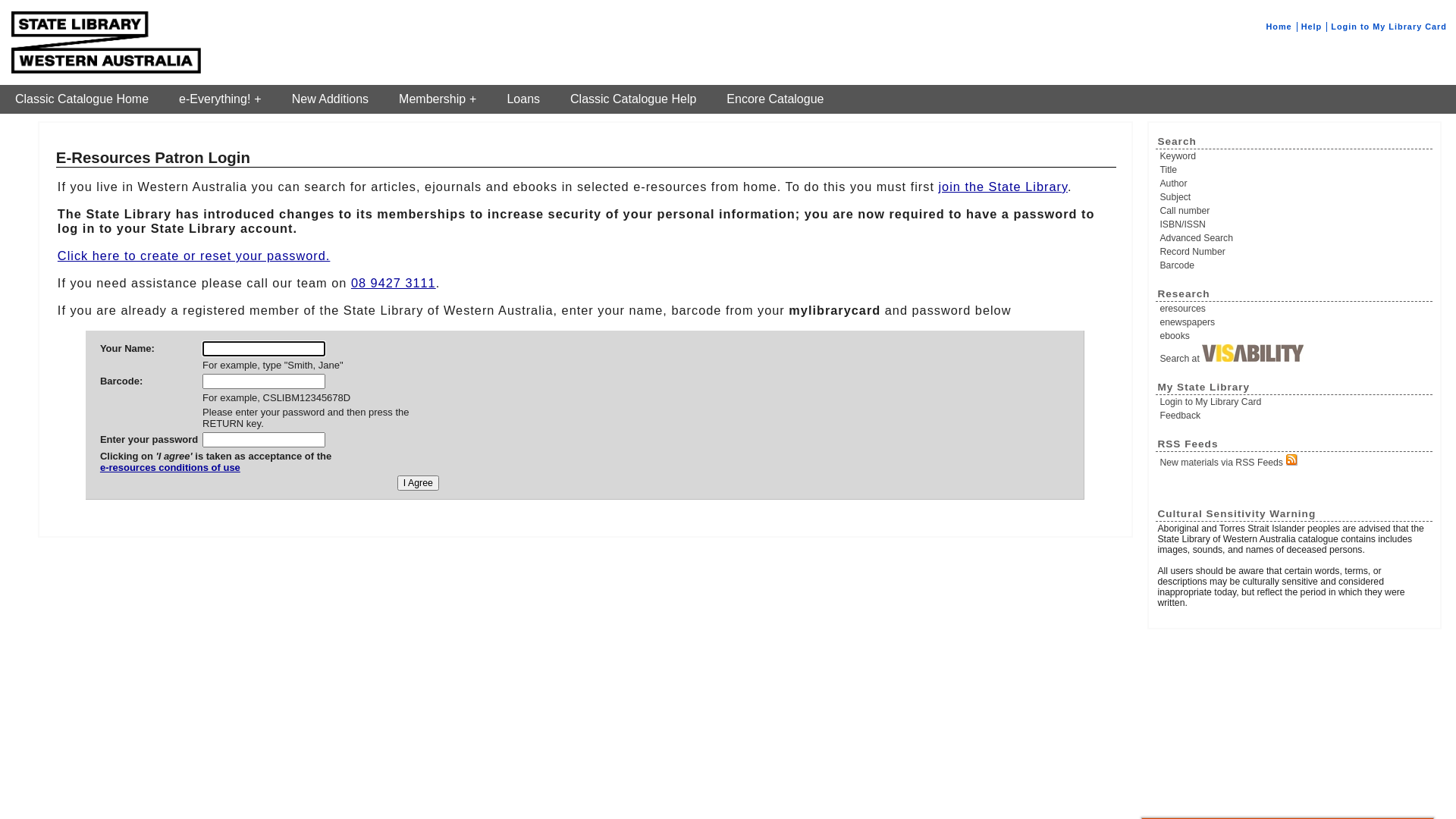 This screenshot has width=1456, height=819. Describe the element at coordinates (554, 99) in the screenshot. I see `'Classic Catalogue Help'` at that location.